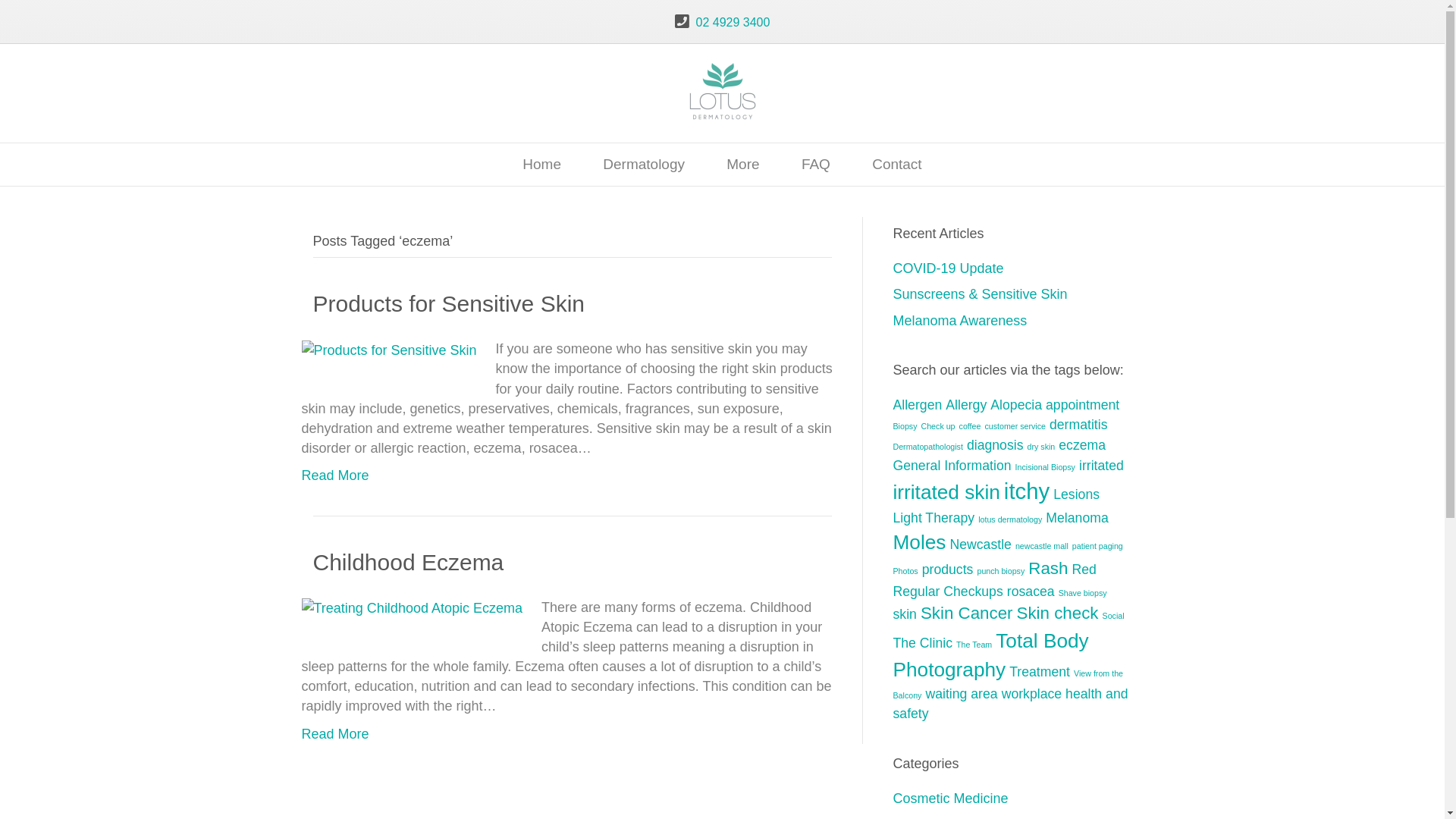 This screenshot has width=1456, height=819. I want to click on 'Read More', so click(334, 733).